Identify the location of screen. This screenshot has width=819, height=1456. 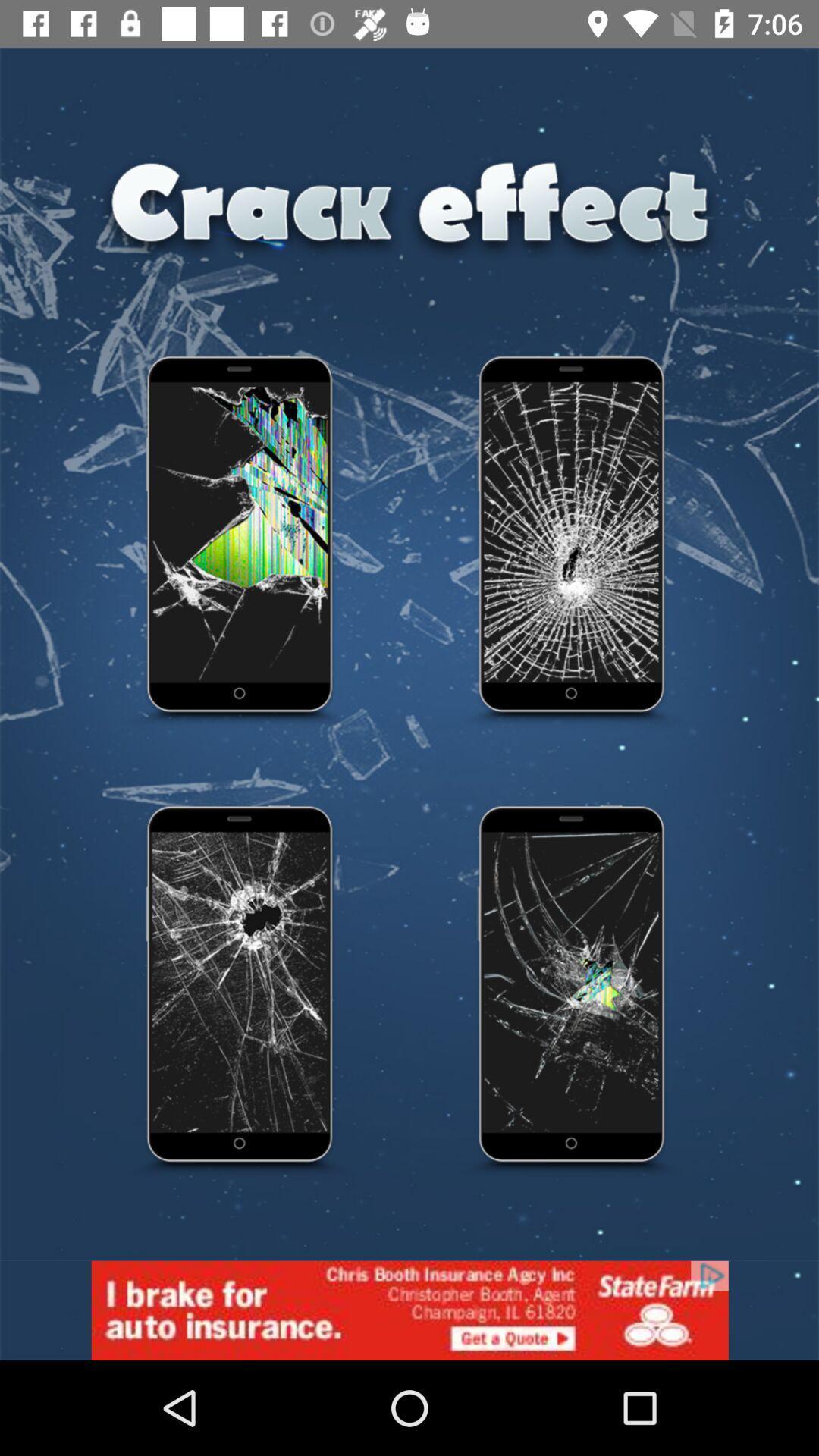
(573, 992).